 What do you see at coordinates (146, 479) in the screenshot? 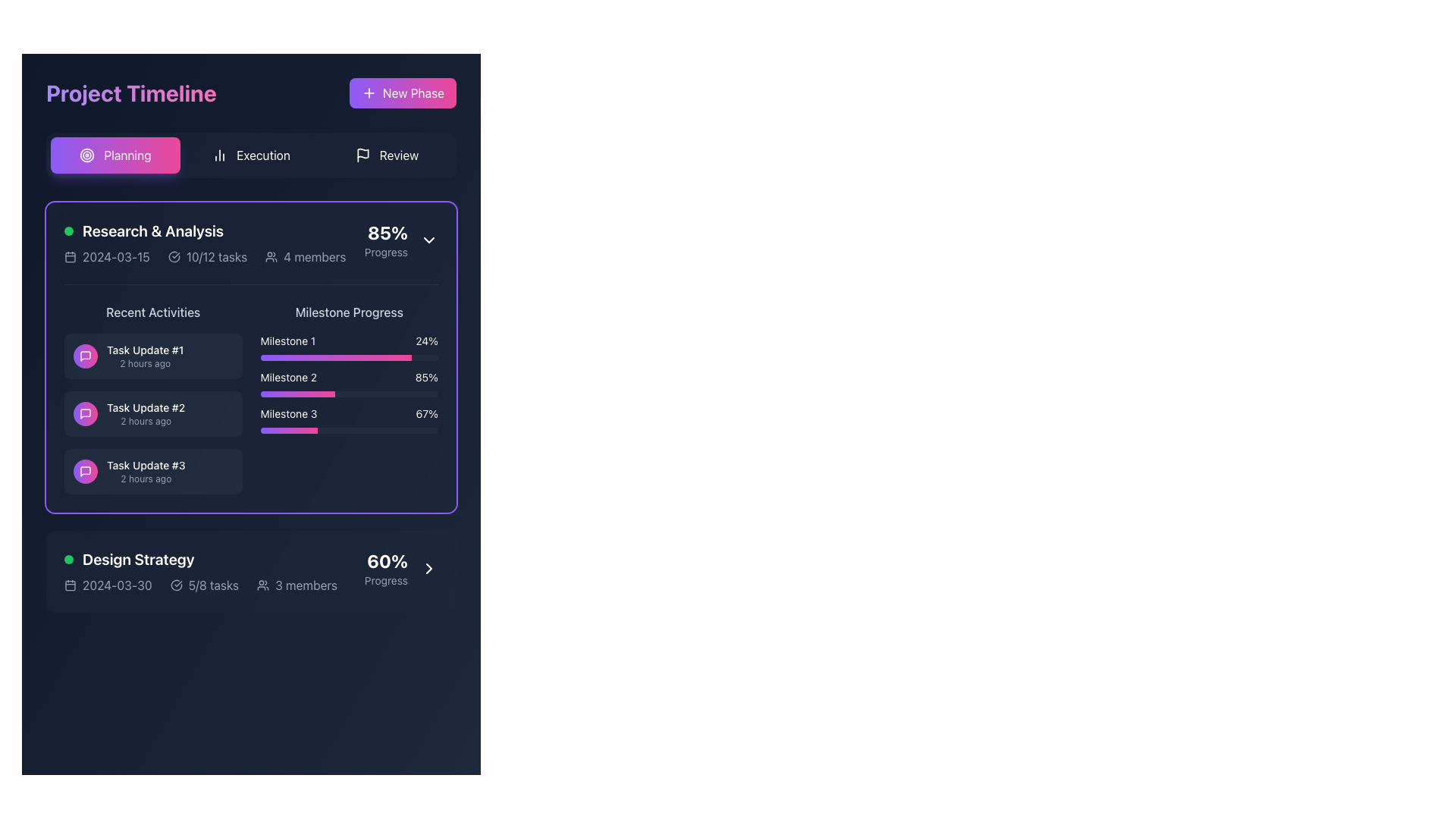
I see `timestamp text label located in the bottom-right corner of the box under the 'Task Update #3' title` at bounding box center [146, 479].